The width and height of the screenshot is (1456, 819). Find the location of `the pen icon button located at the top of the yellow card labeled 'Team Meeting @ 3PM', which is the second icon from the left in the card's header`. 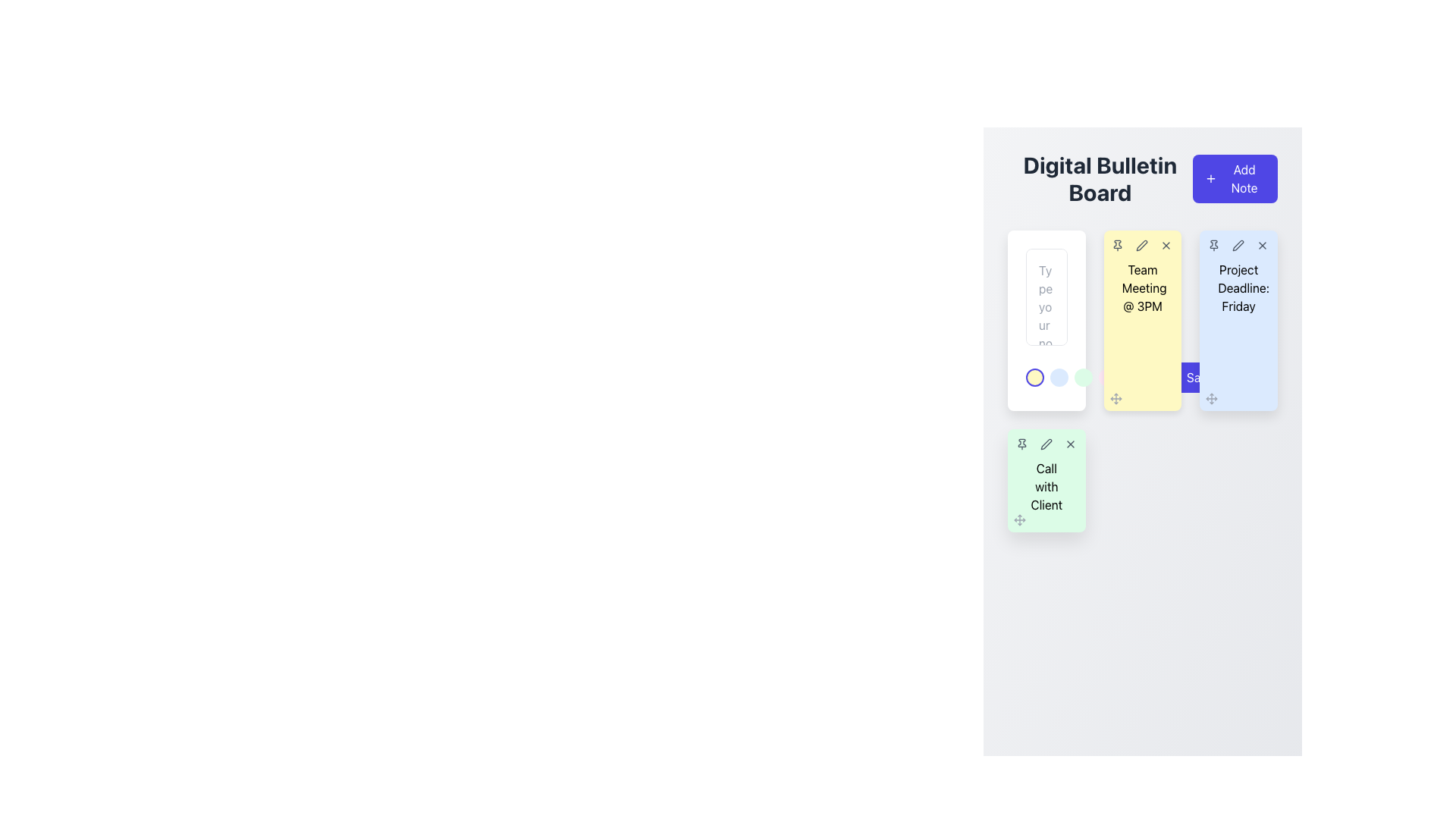

the pen icon button located at the top of the yellow card labeled 'Team Meeting @ 3PM', which is the second icon from the left in the card's header is located at coordinates (1142, 245).